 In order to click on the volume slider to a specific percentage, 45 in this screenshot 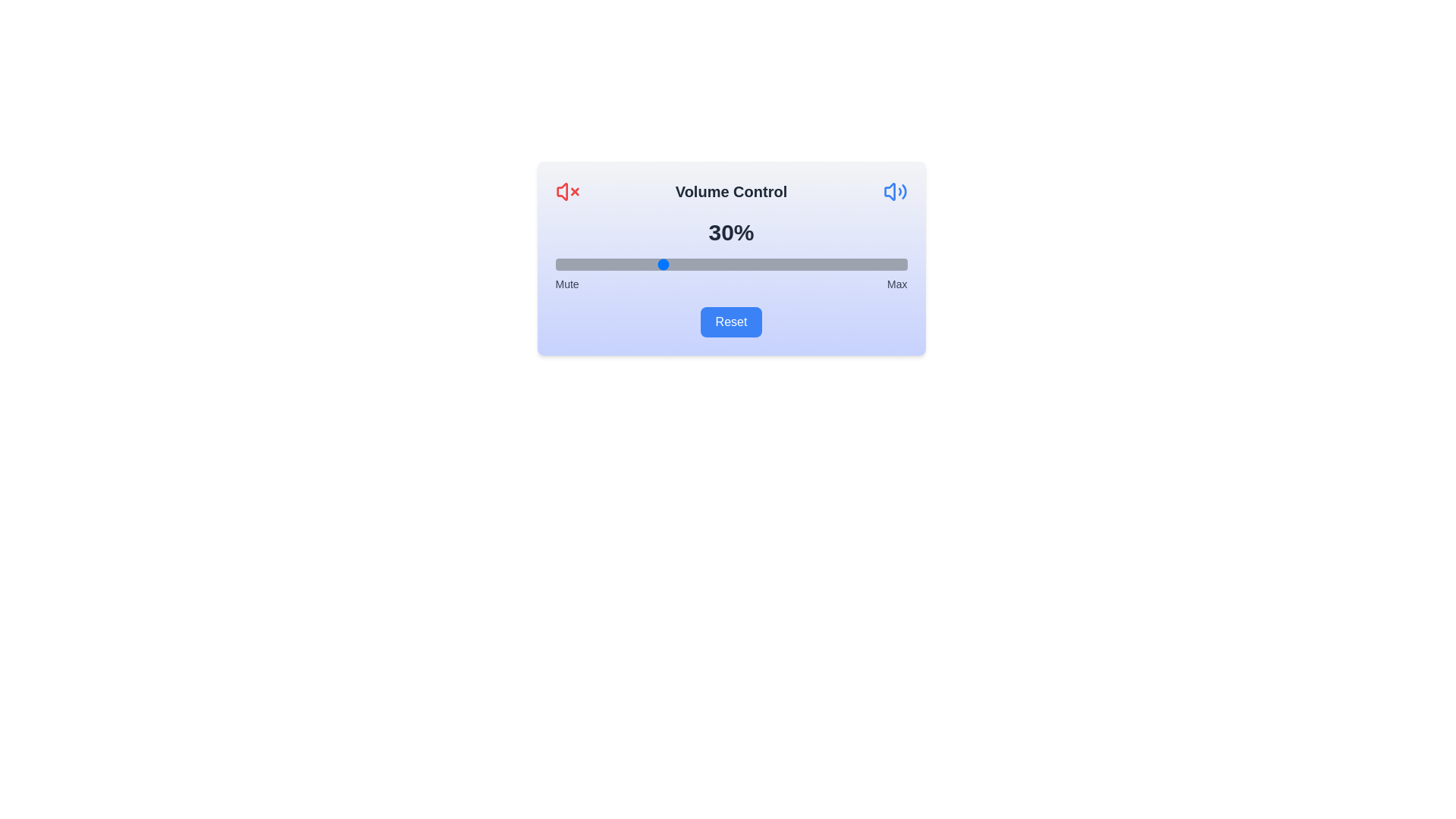, I will do `click(713, 263)`.